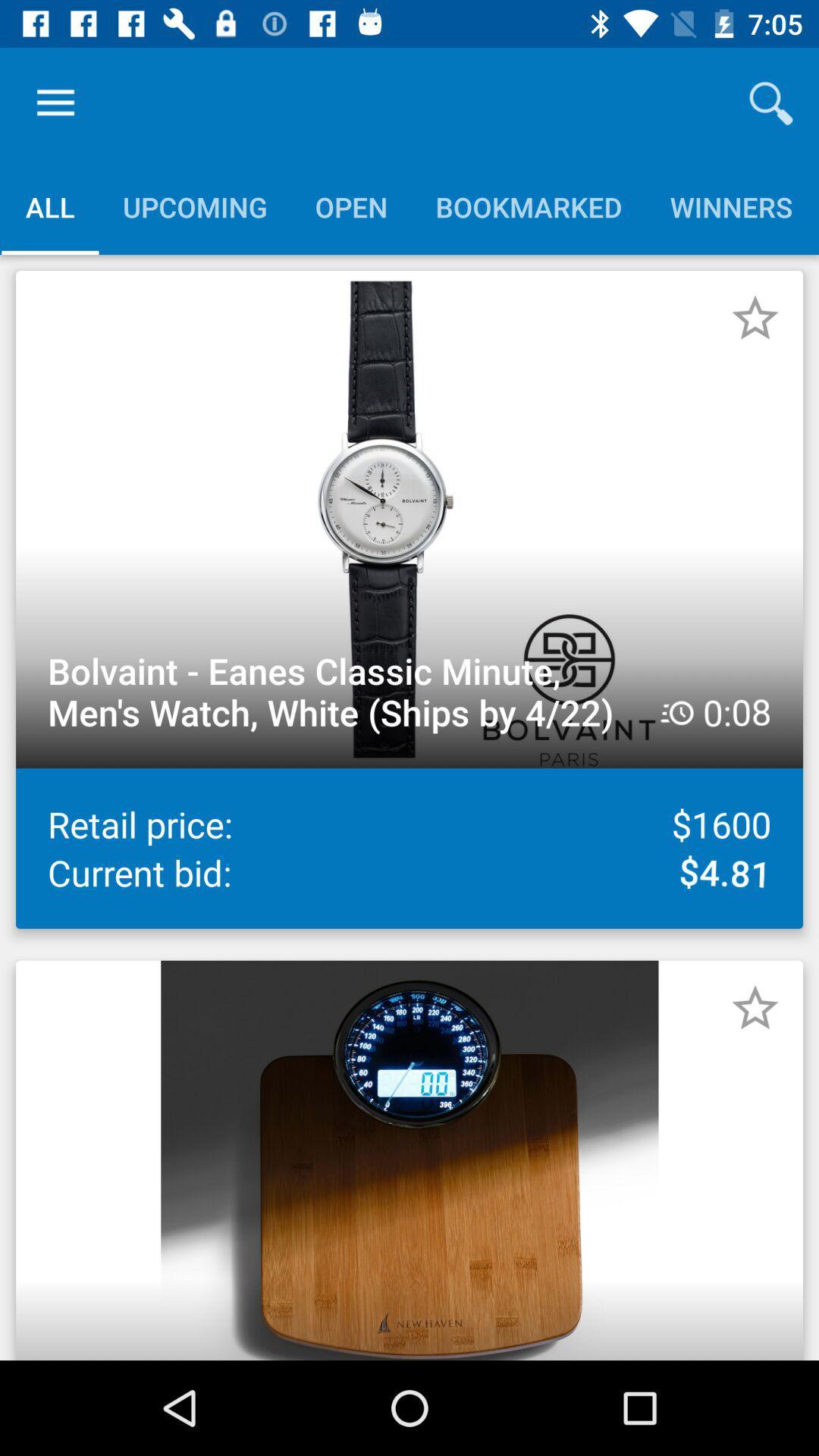  What do you see at coordinates (55, 102) in the screenshot?
I see `the item above all item` at bounding box center [55, 102].